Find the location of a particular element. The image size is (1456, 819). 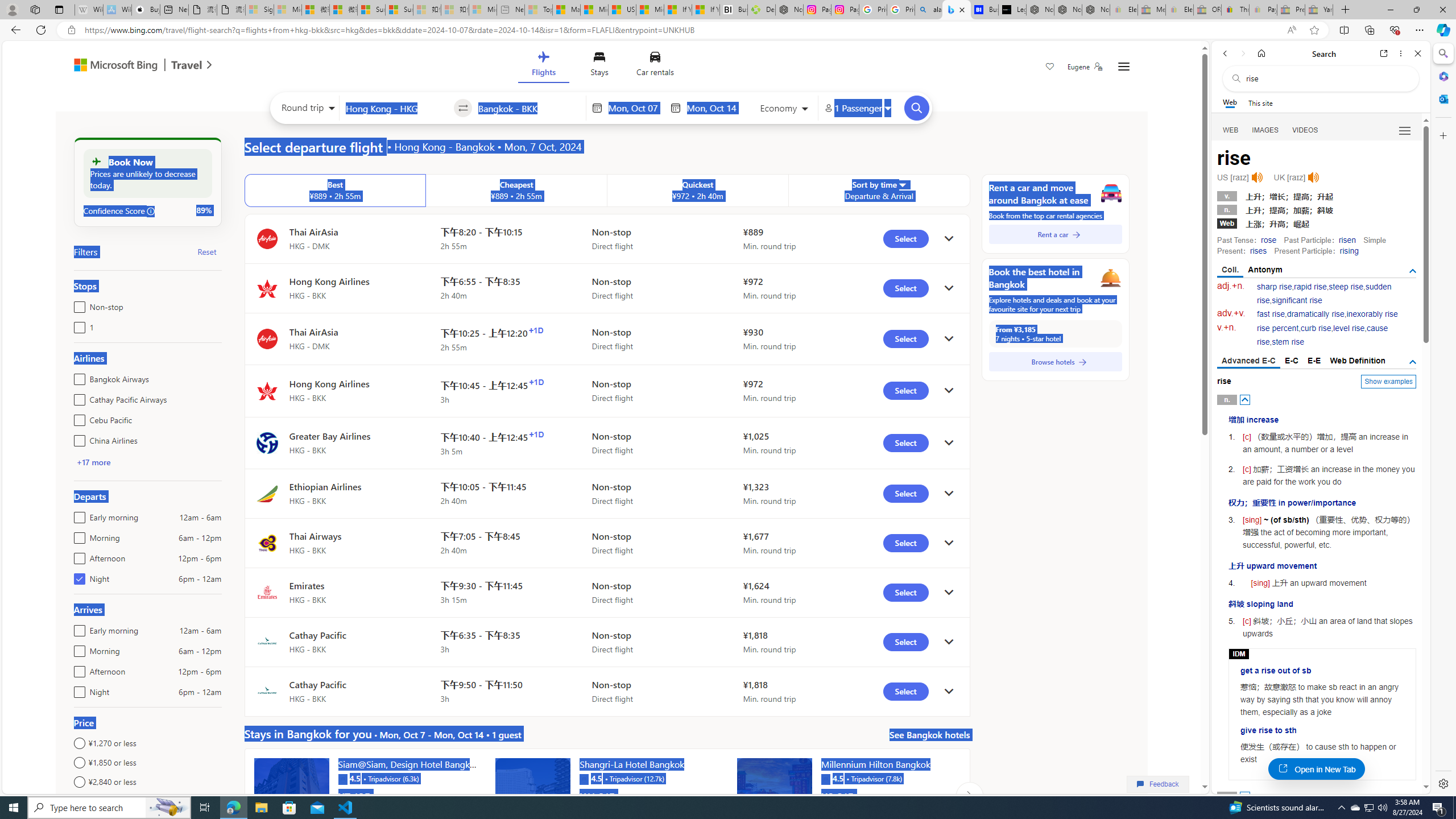

'rapid rise' is located at coordinates (1310, 286).